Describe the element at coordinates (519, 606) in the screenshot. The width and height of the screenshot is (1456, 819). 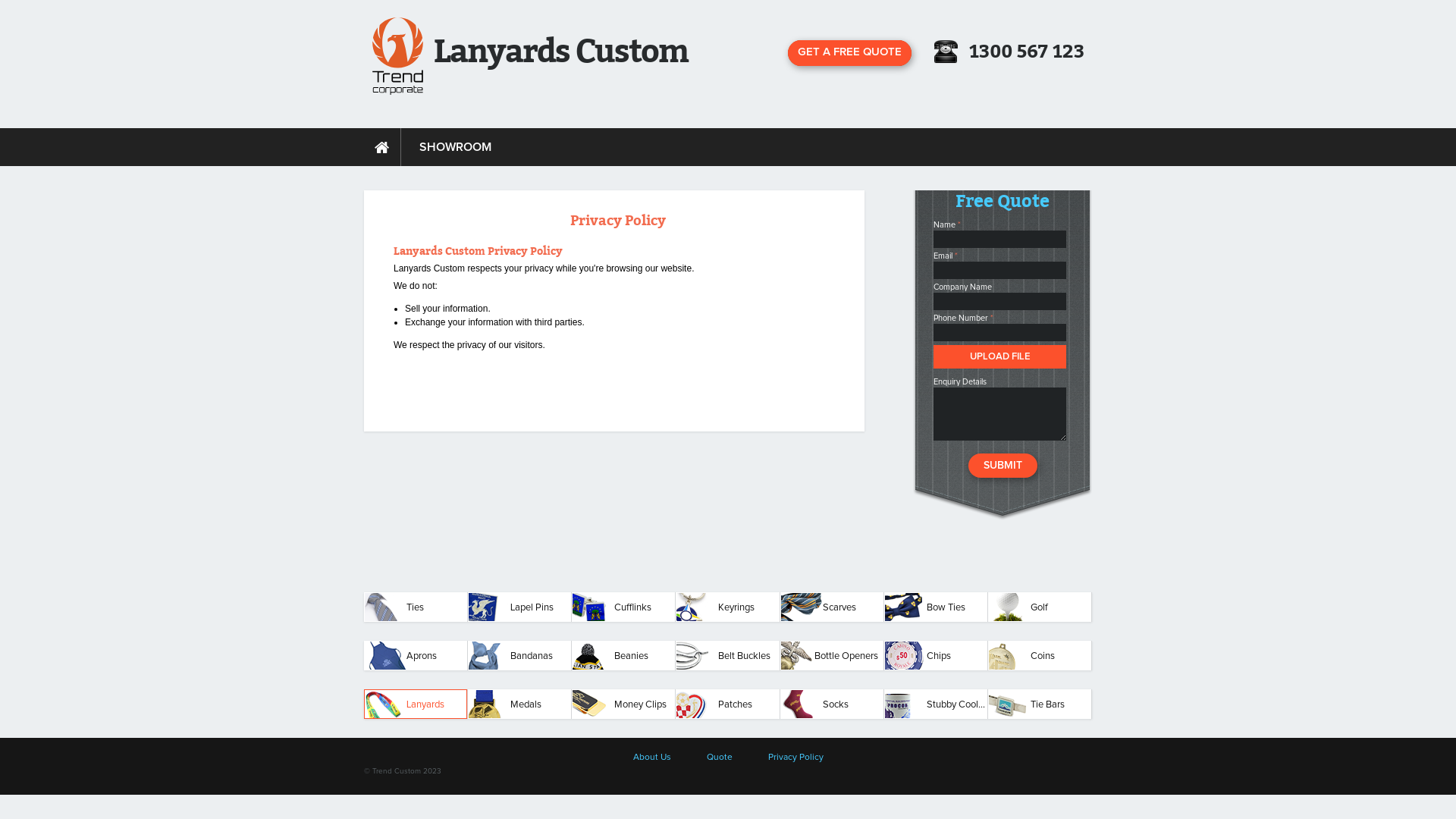
I see `'Lapel Pins'` at that location.